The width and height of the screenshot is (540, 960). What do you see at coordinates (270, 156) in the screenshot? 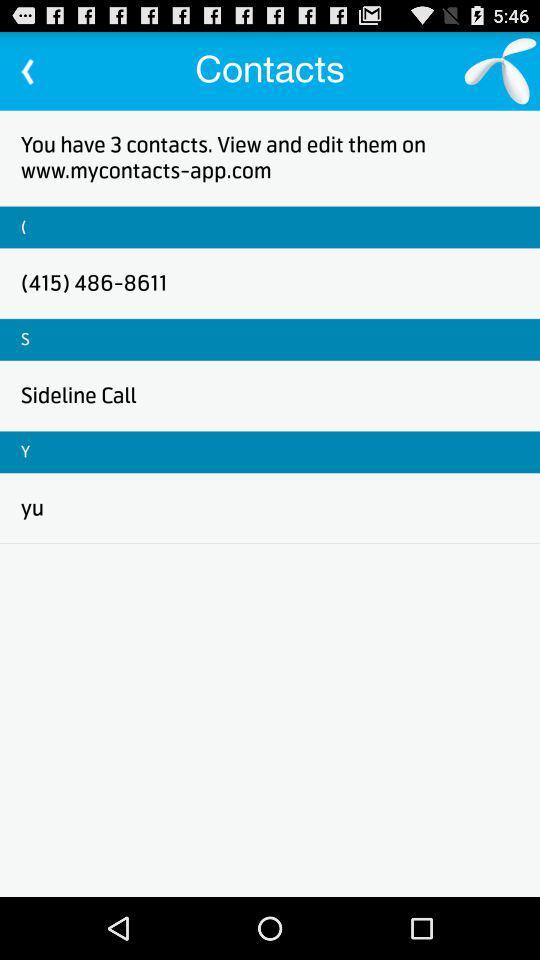
I see `you have 3 item` at bounding box center [270, 156].